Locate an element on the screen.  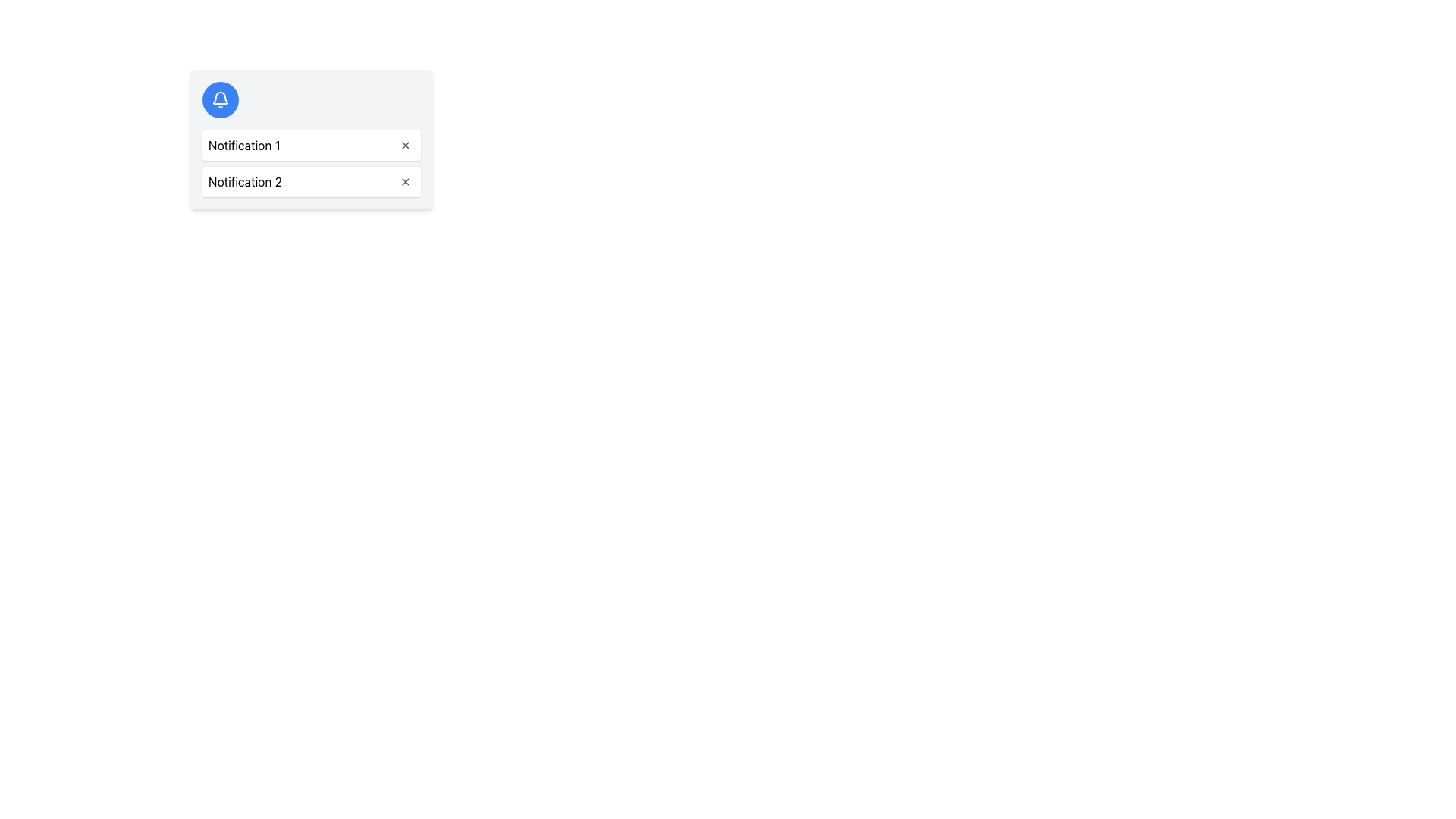
the notification bell icon located in the top-left region of the interface, which serves to notify users of updates or alerts is located at coordinates (220, 99).